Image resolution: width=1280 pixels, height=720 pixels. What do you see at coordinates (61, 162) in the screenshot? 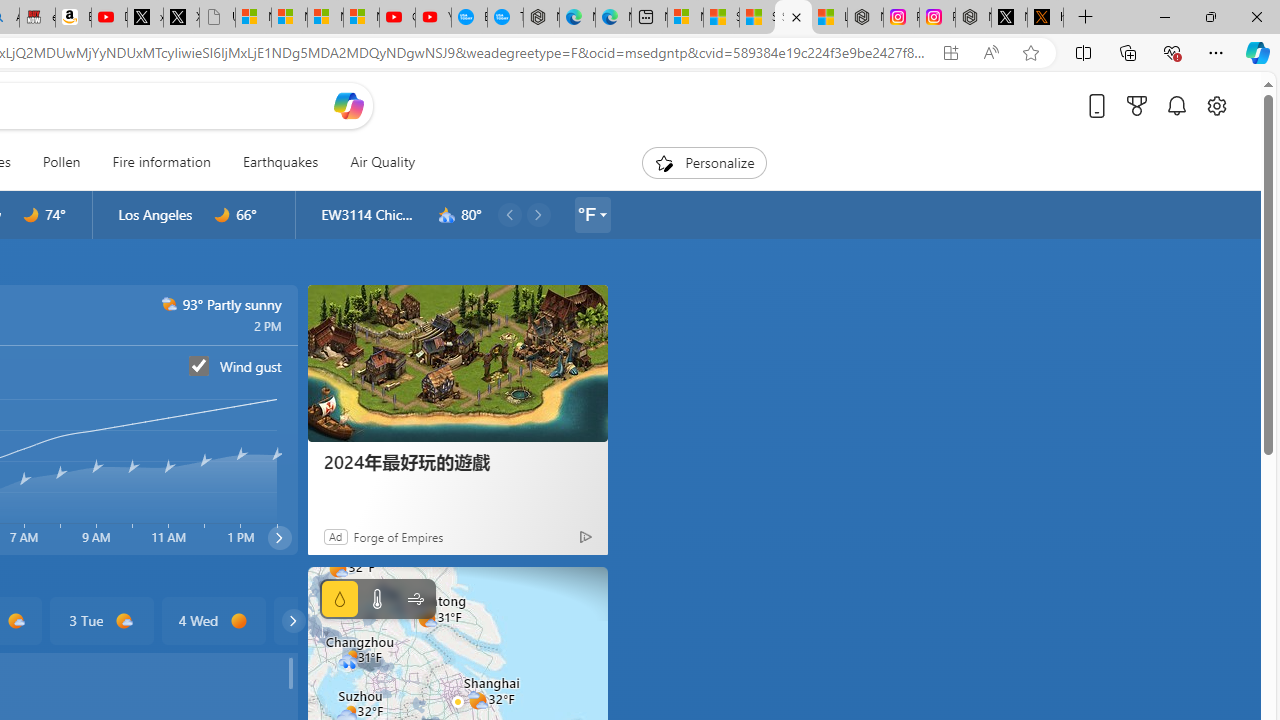
I see `'Pollen'` at bounding box center [61, 162].